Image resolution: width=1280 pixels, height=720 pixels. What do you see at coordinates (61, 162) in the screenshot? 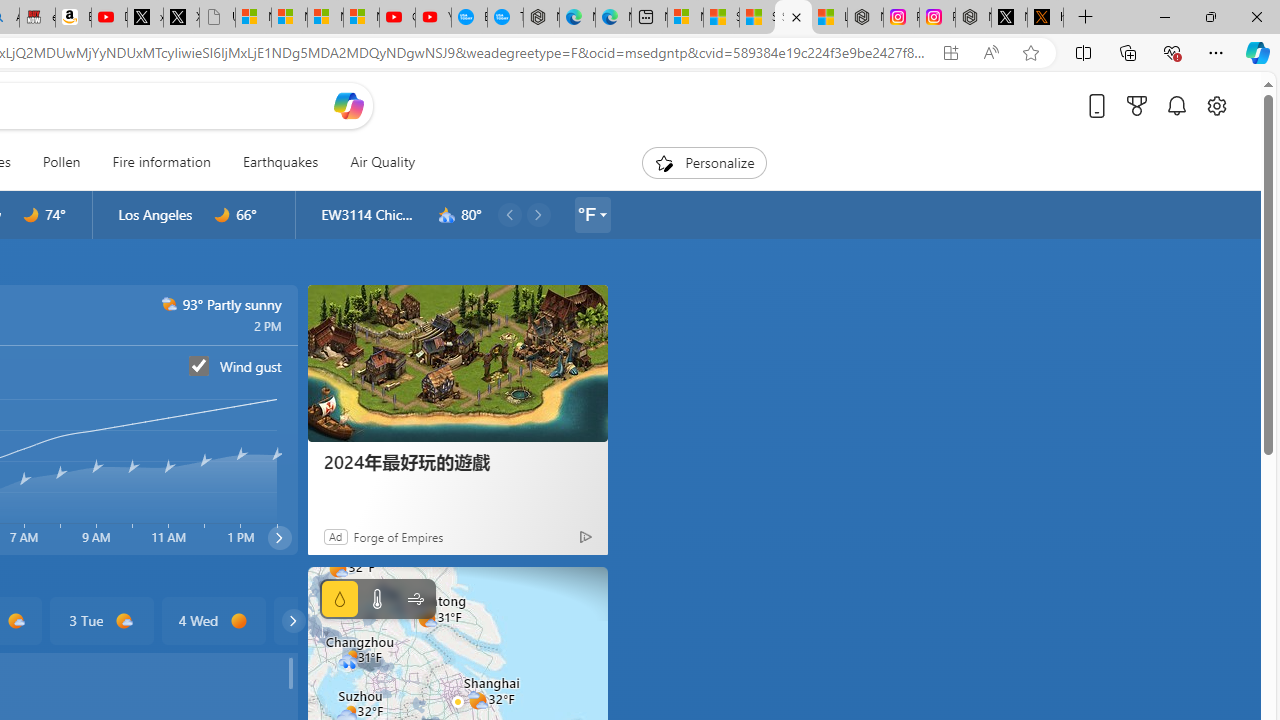
I see `'Pollen'` at bounding box center [61, 162].